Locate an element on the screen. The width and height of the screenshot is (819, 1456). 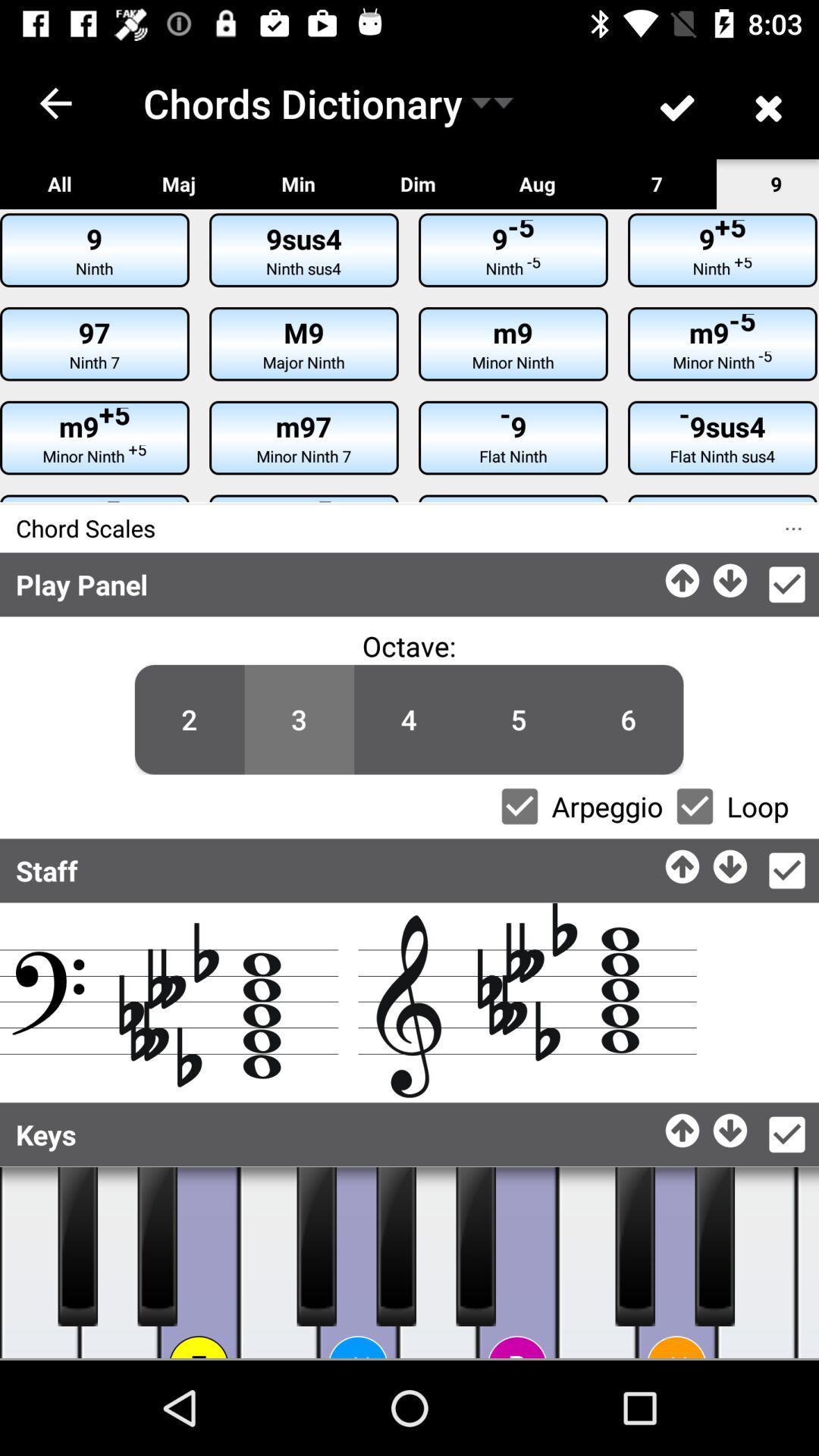
piano white key is located at coordinates (756, 1263).